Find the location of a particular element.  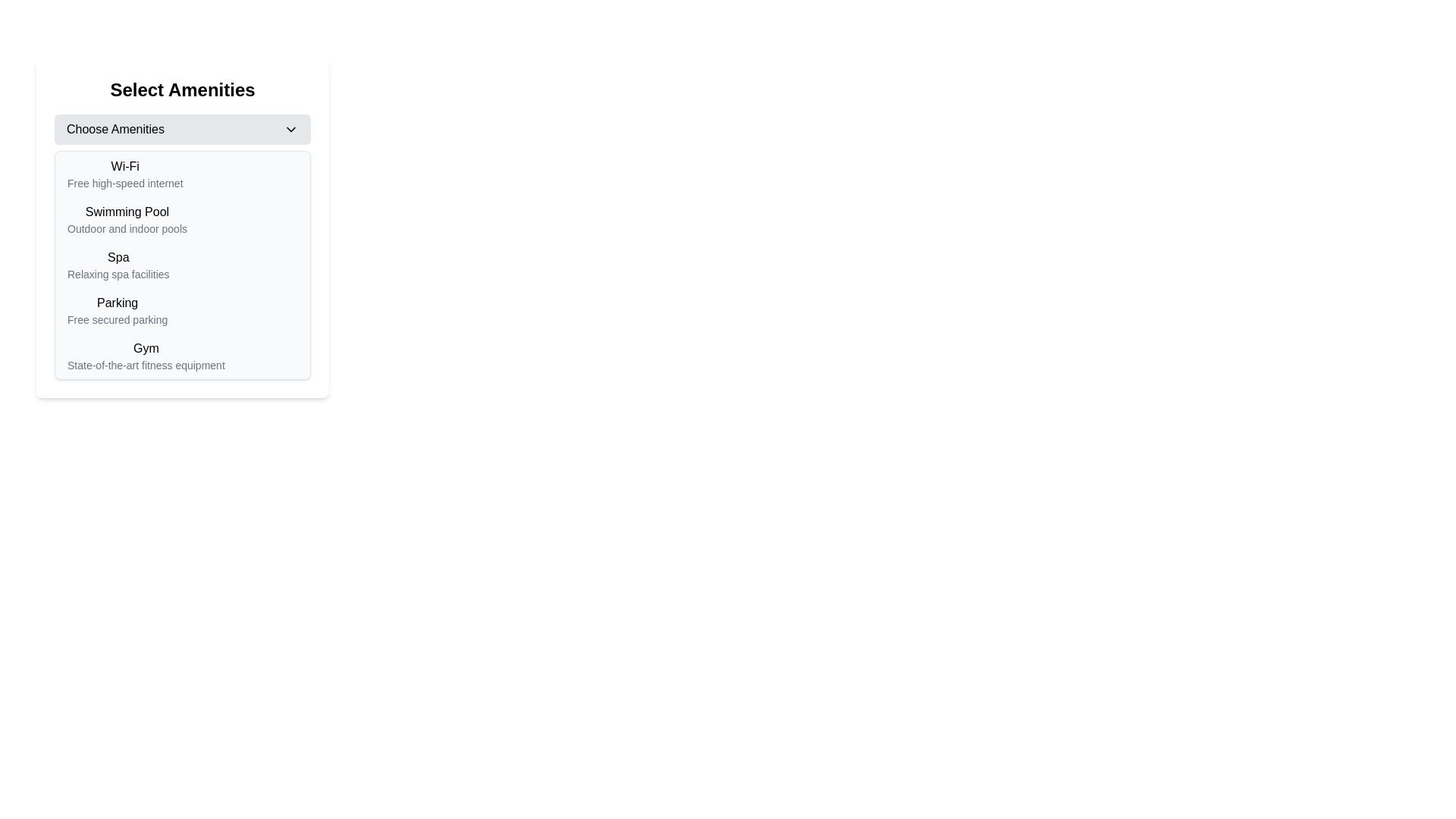

the fourth item in the amenities list, which indicates 'Free secured parking' is located at coordinates (182, 309).